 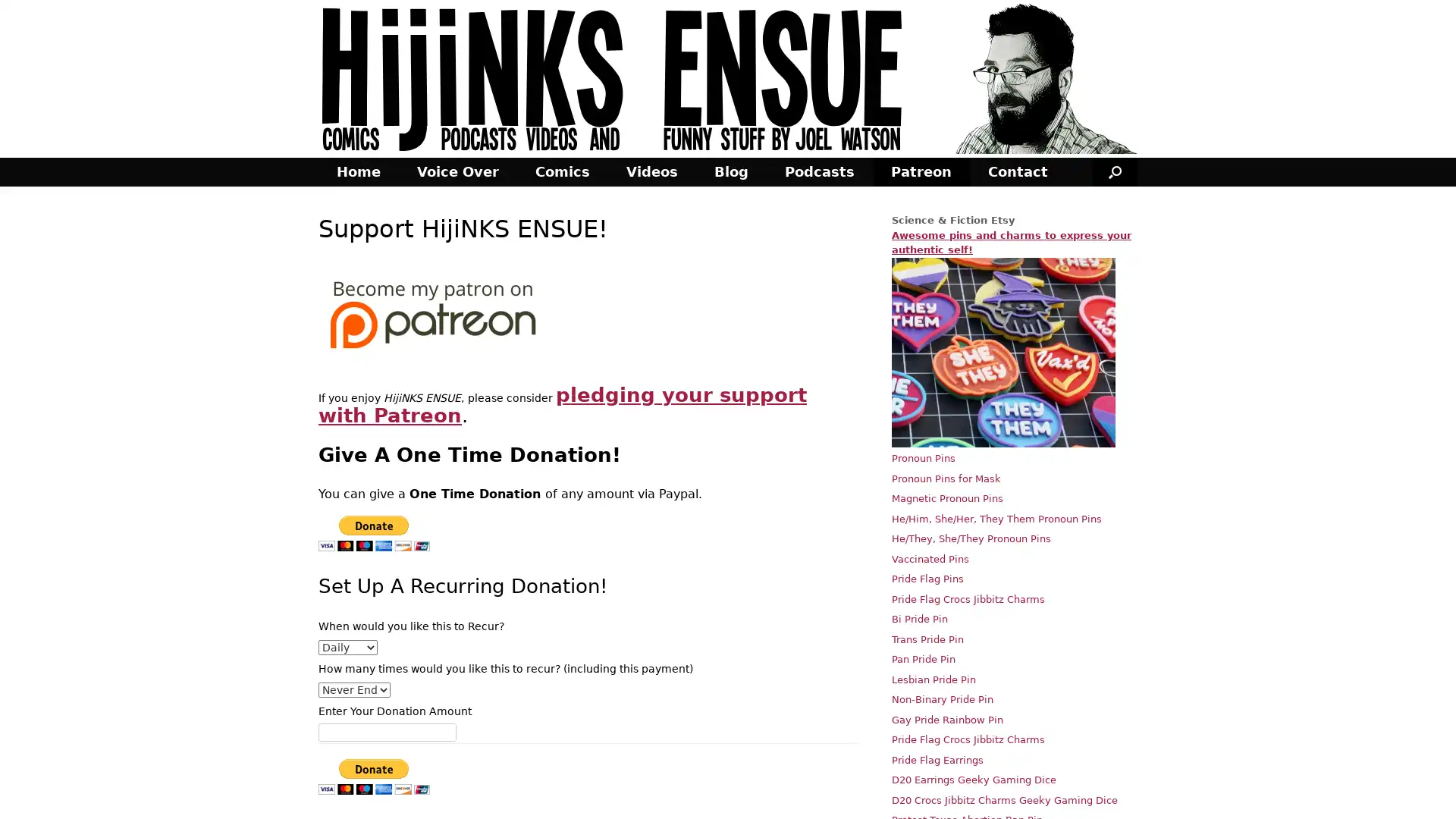 I want to click on PayPal - The safer, easier way to pay online!, so click(x=374, y=776).